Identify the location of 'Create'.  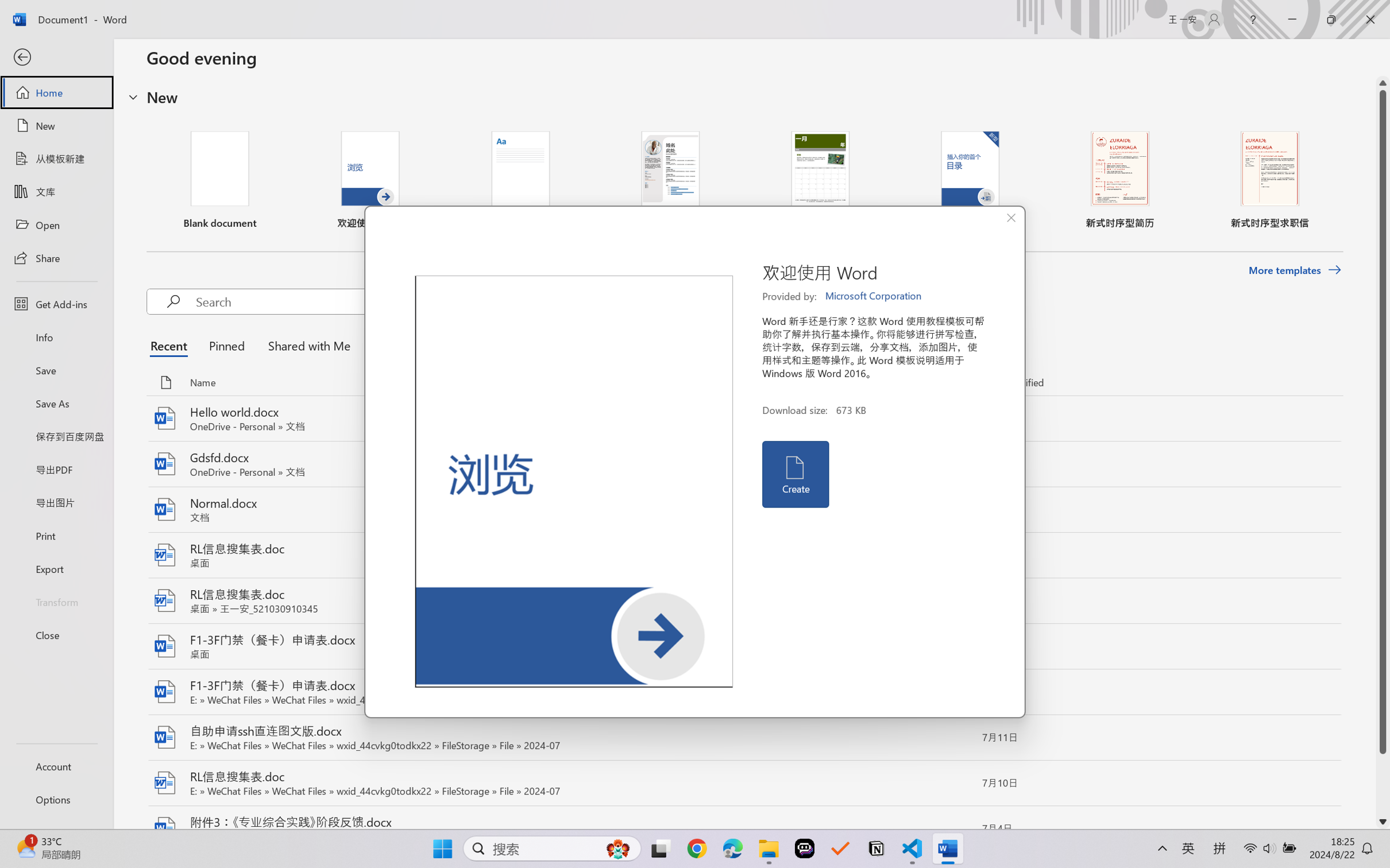
(794, 474).